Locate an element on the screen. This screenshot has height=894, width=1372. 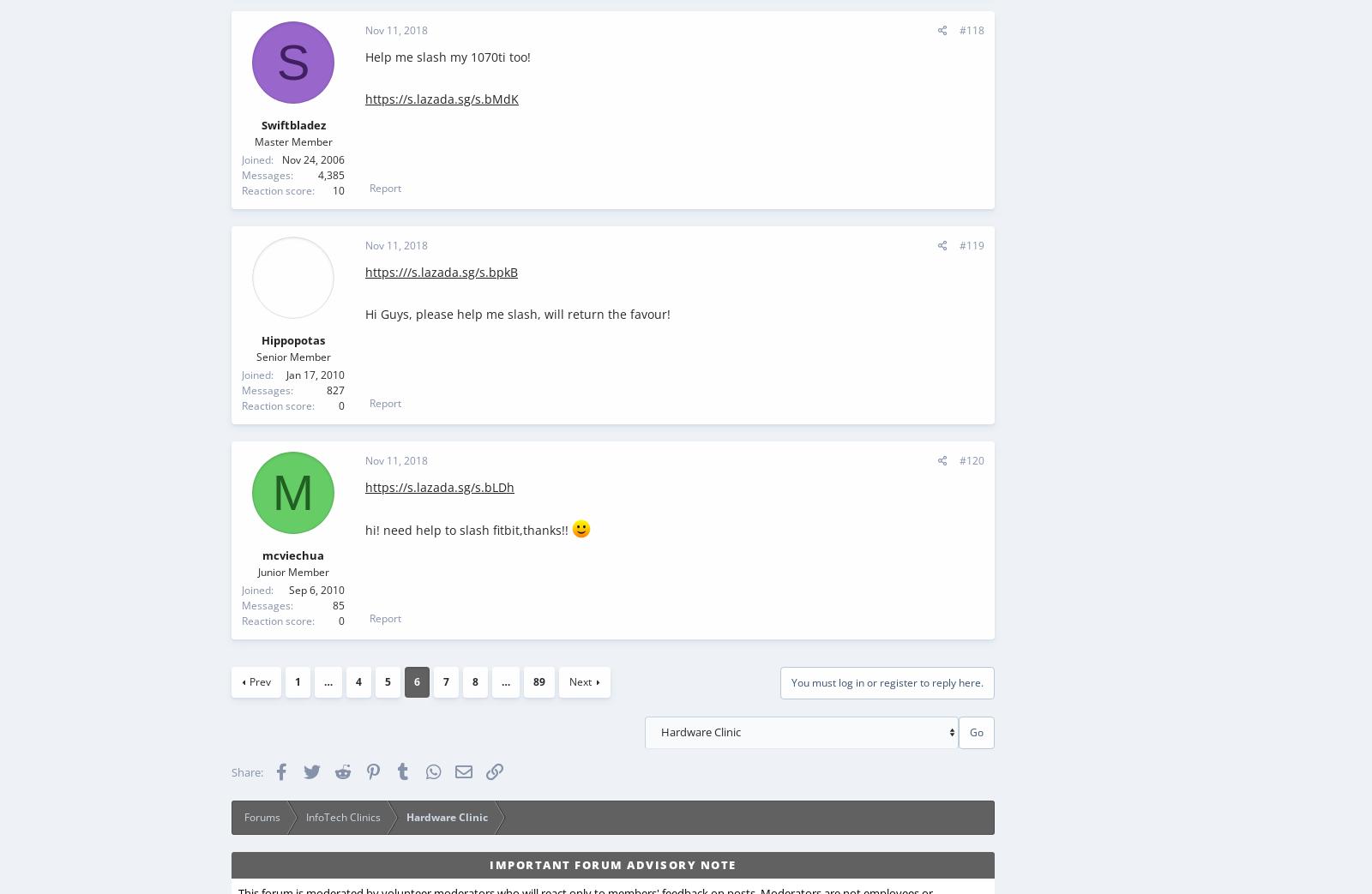
'Senior Member' is located at coordinates (292, 356).